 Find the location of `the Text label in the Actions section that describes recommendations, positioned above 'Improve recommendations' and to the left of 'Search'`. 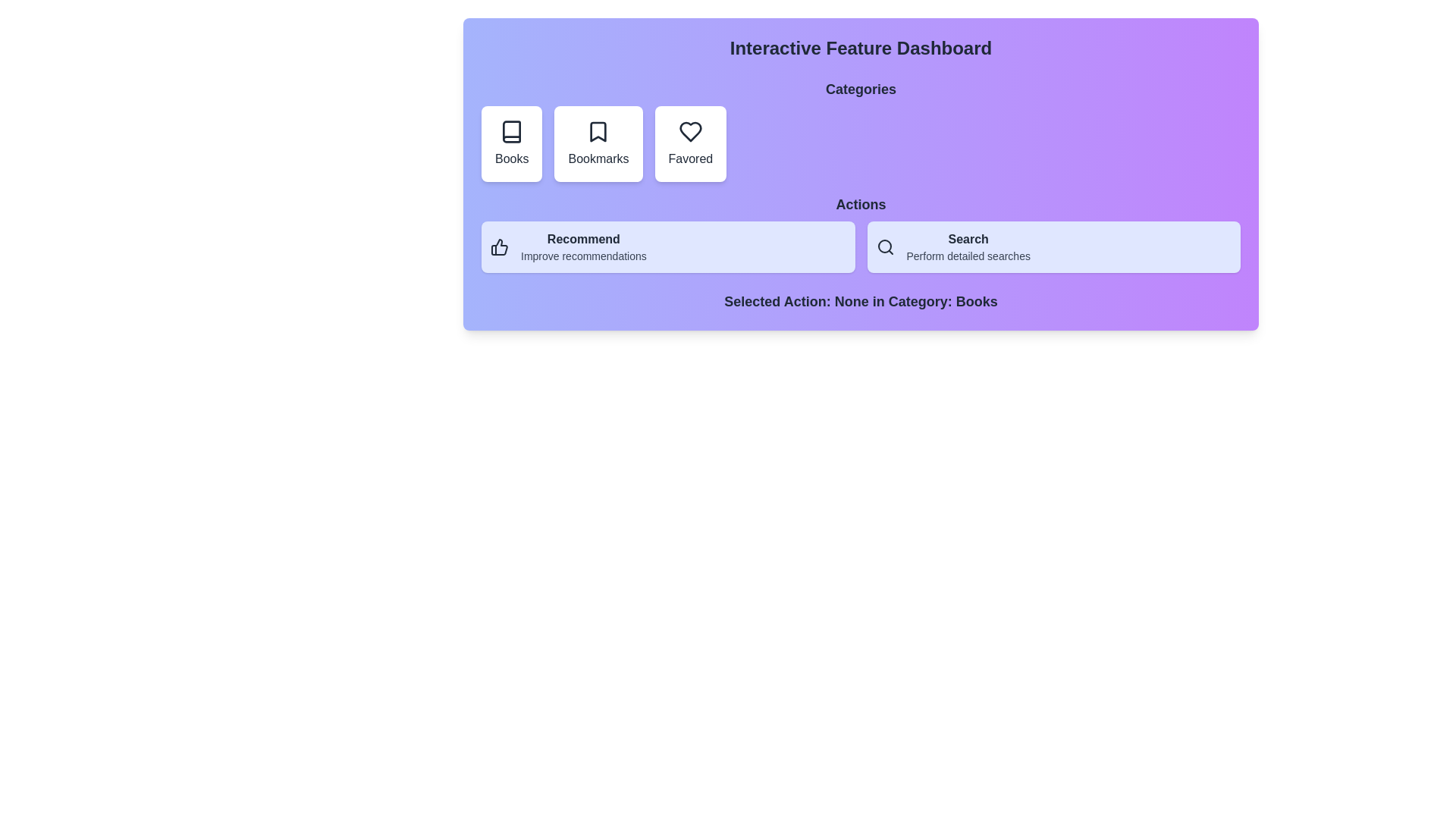

the Text label in the Actions section that describes recommendations, positioned above 'Improve recommendations' and to the left of 'Search' is located at coordinates (582, 239).